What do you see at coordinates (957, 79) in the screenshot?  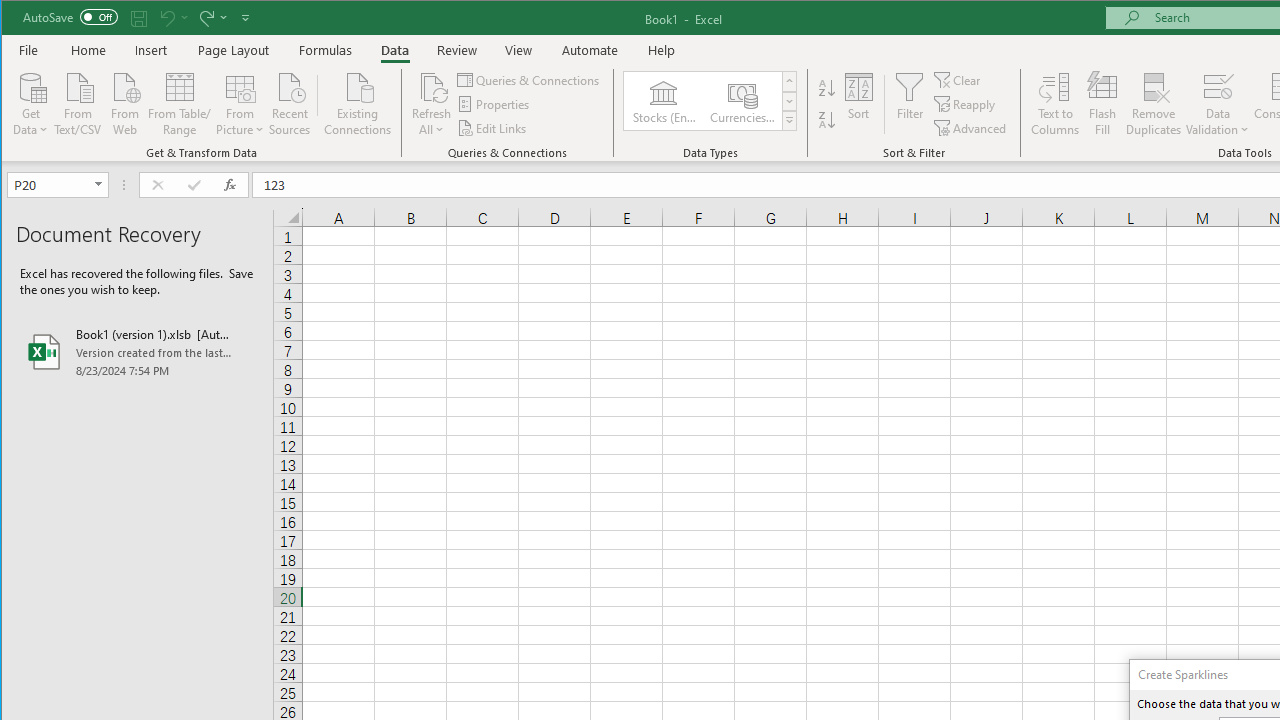 I see `'Clear'` at bounding box center [957, 79].